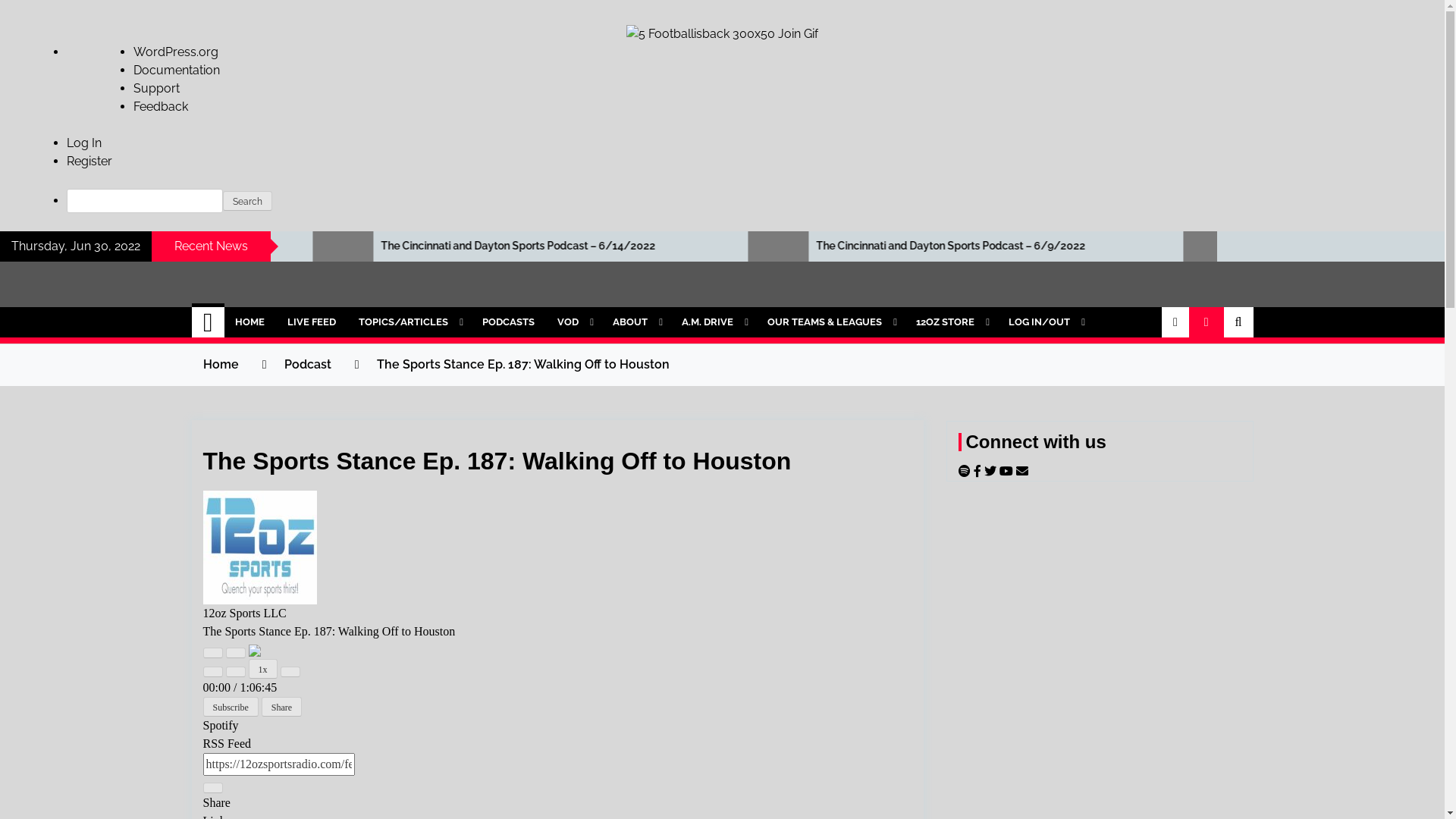 This screenshot has height=819, width=1456. I want to click on '1x', so click(248, 668).